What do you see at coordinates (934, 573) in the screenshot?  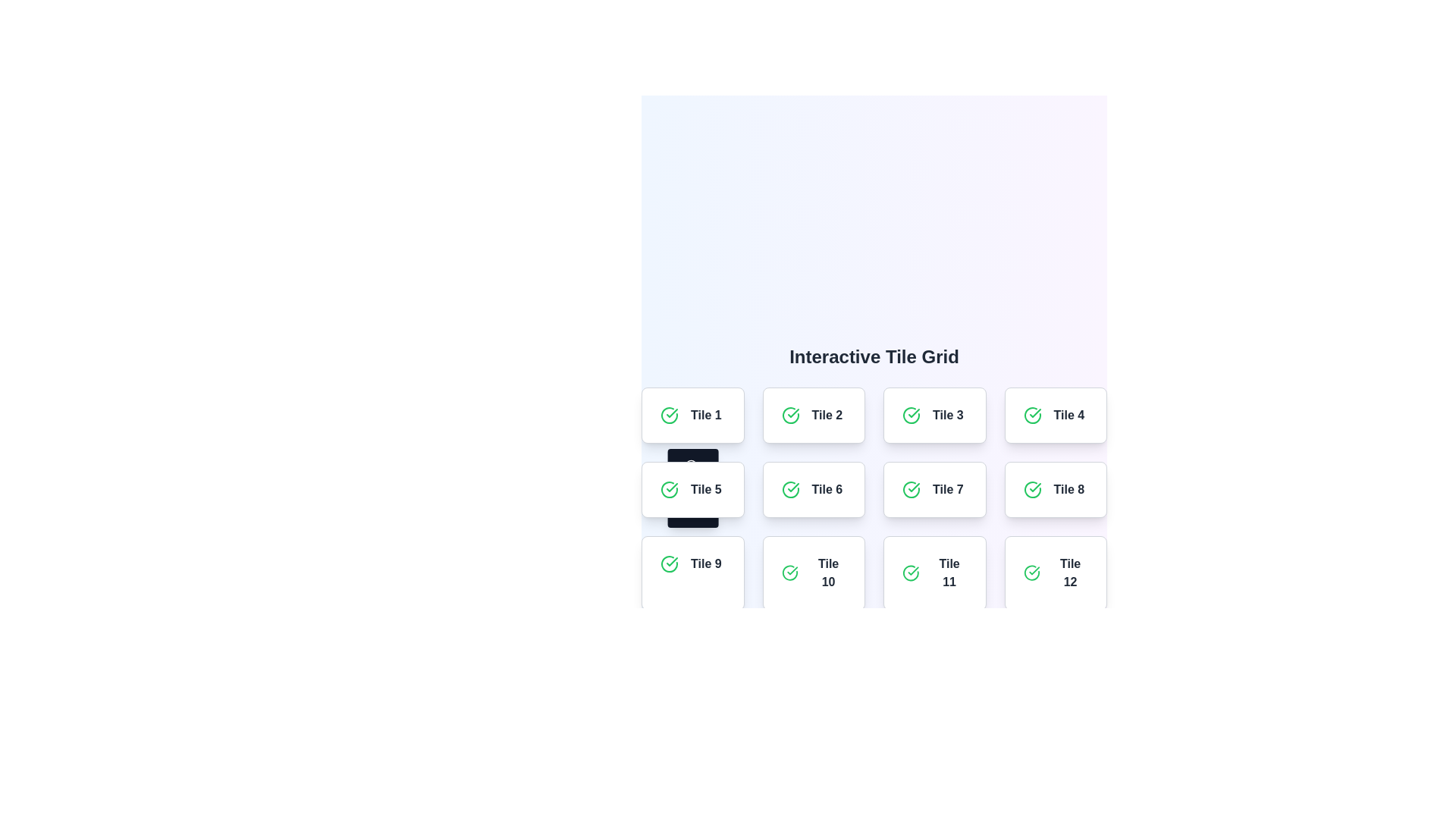 I see `the composite element consisting of an icon and text that serves as the label for the eleventh tile in the grid to interact with the tile` at bounding box center [934, 573].